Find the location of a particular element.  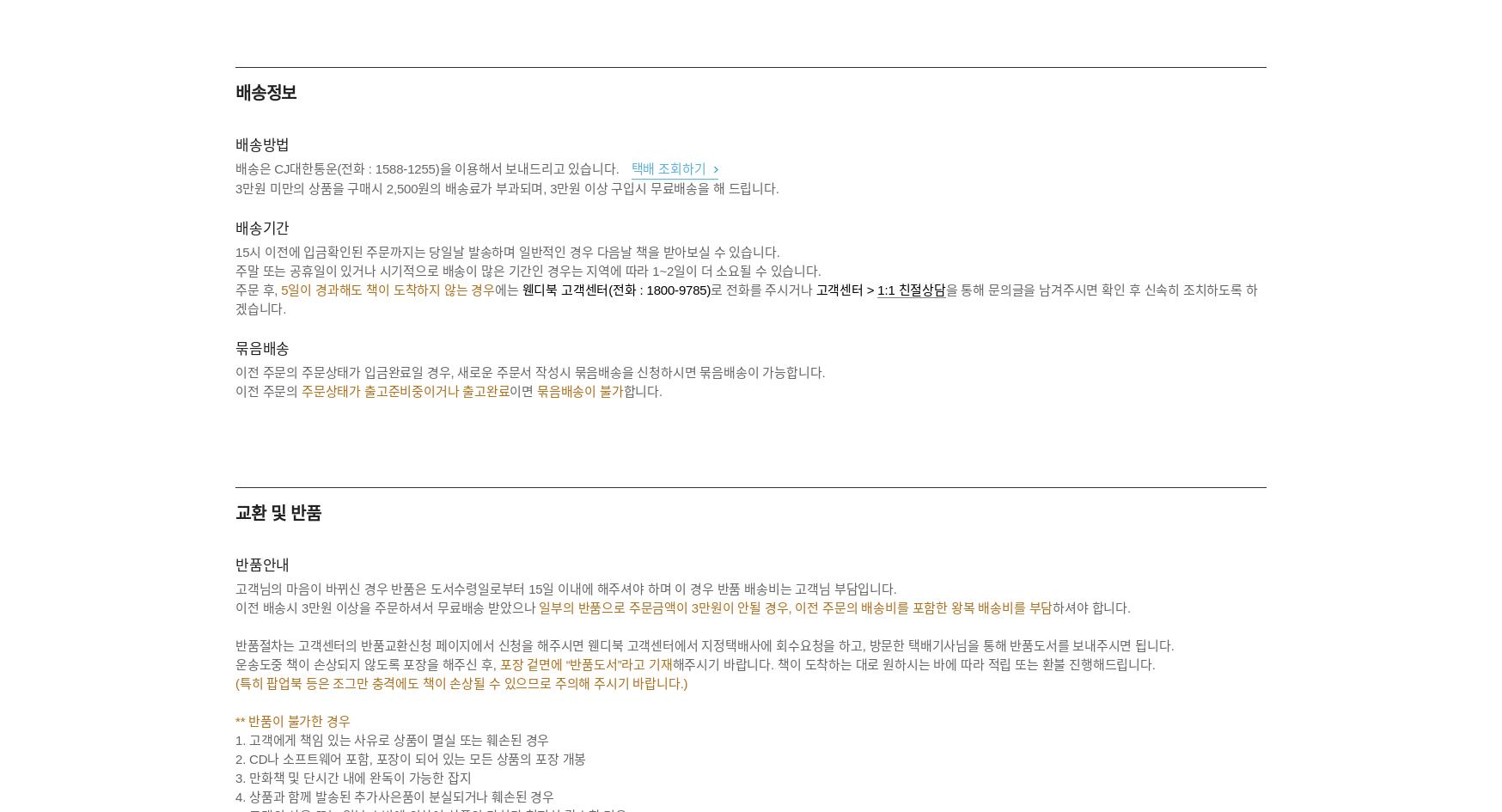

'(특히 팝업북 등은 조그만 충격에도 책이 손상될 수 있으므로 주의해 주시기 바랍니다.)' is located at coordinates (461, 682).